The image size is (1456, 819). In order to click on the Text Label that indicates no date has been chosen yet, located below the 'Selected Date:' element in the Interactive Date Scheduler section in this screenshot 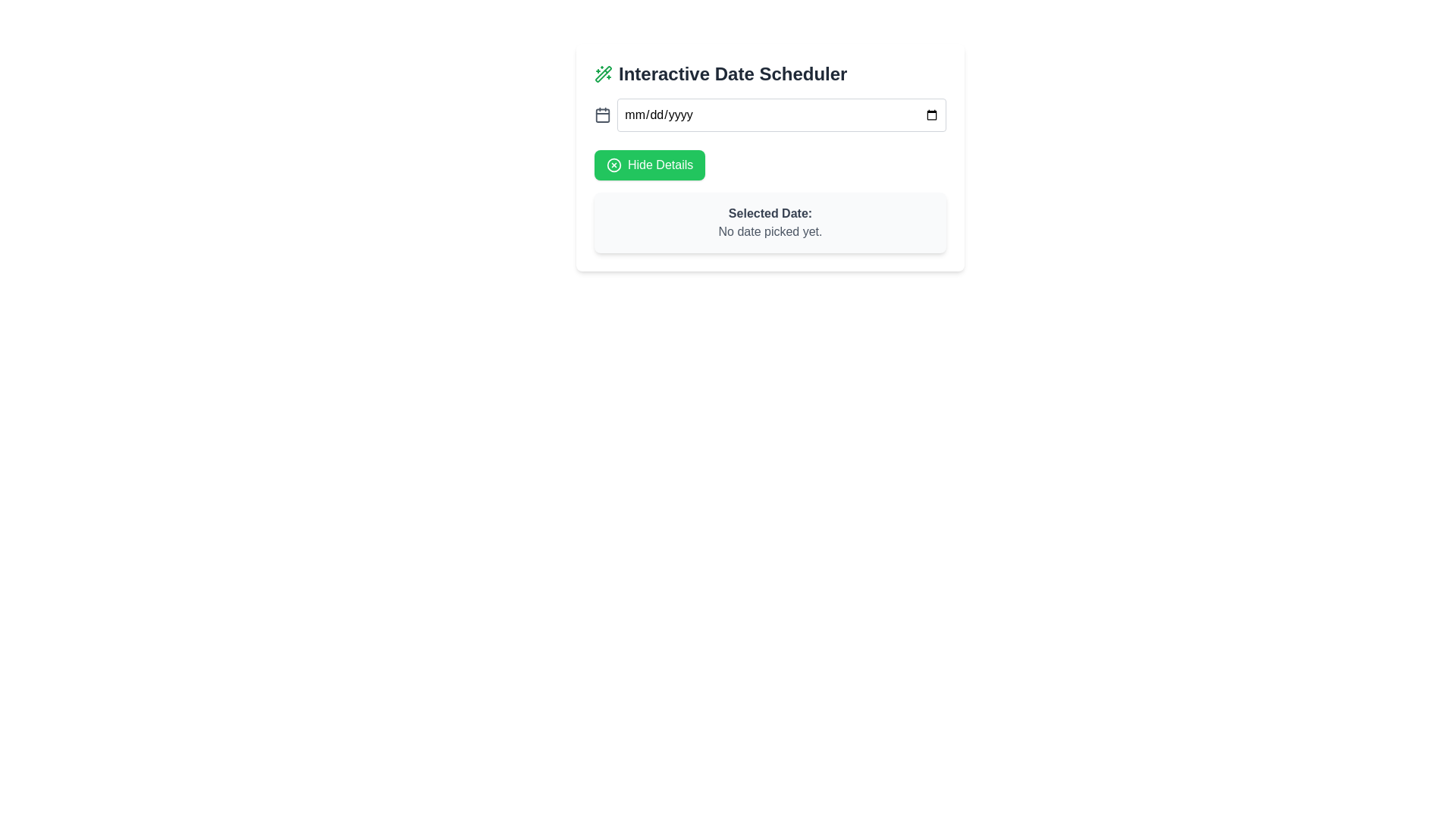, I will do `click(770, 231)`.